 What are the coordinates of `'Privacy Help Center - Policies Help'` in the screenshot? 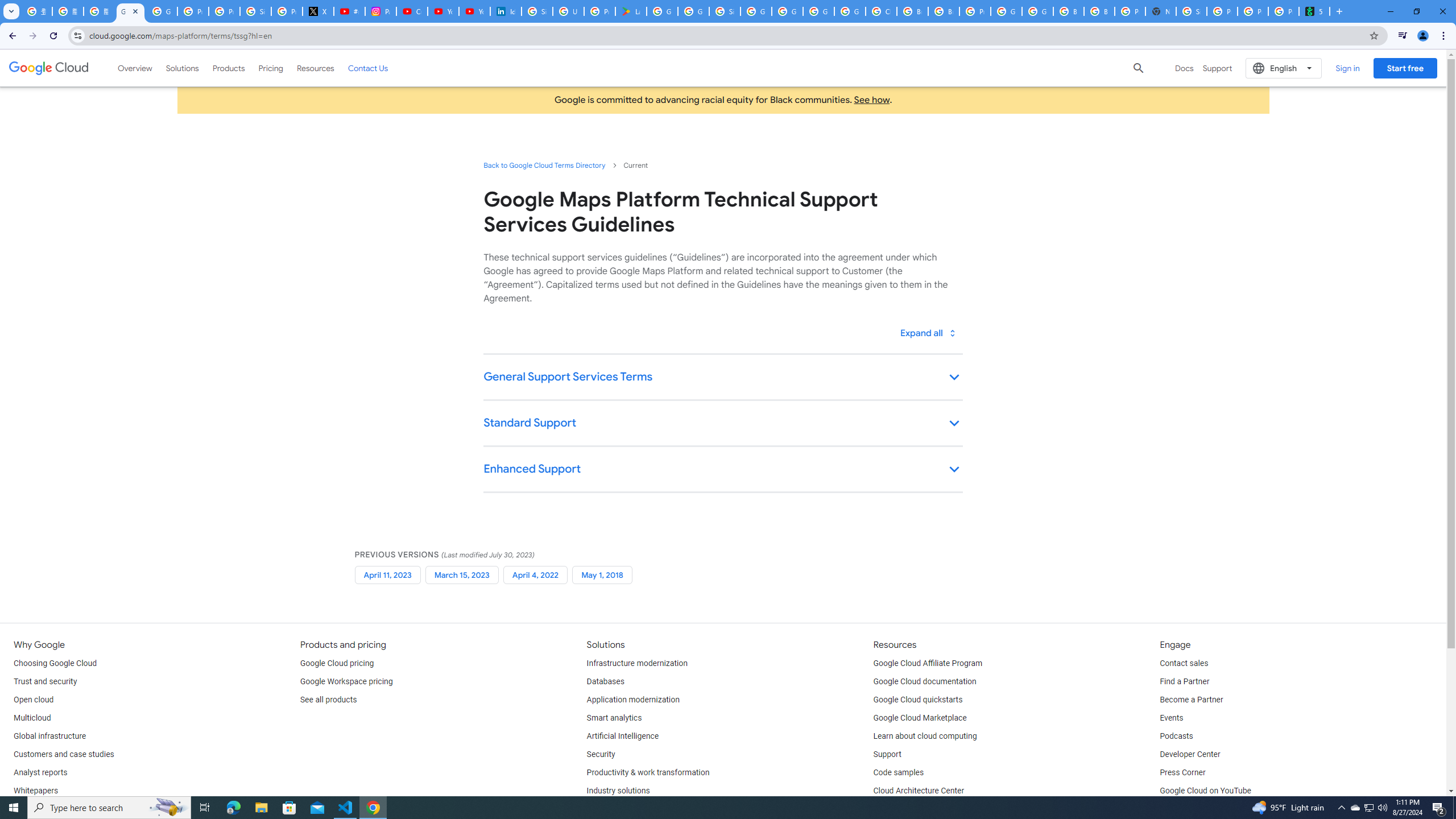 It's located at (224, 11).